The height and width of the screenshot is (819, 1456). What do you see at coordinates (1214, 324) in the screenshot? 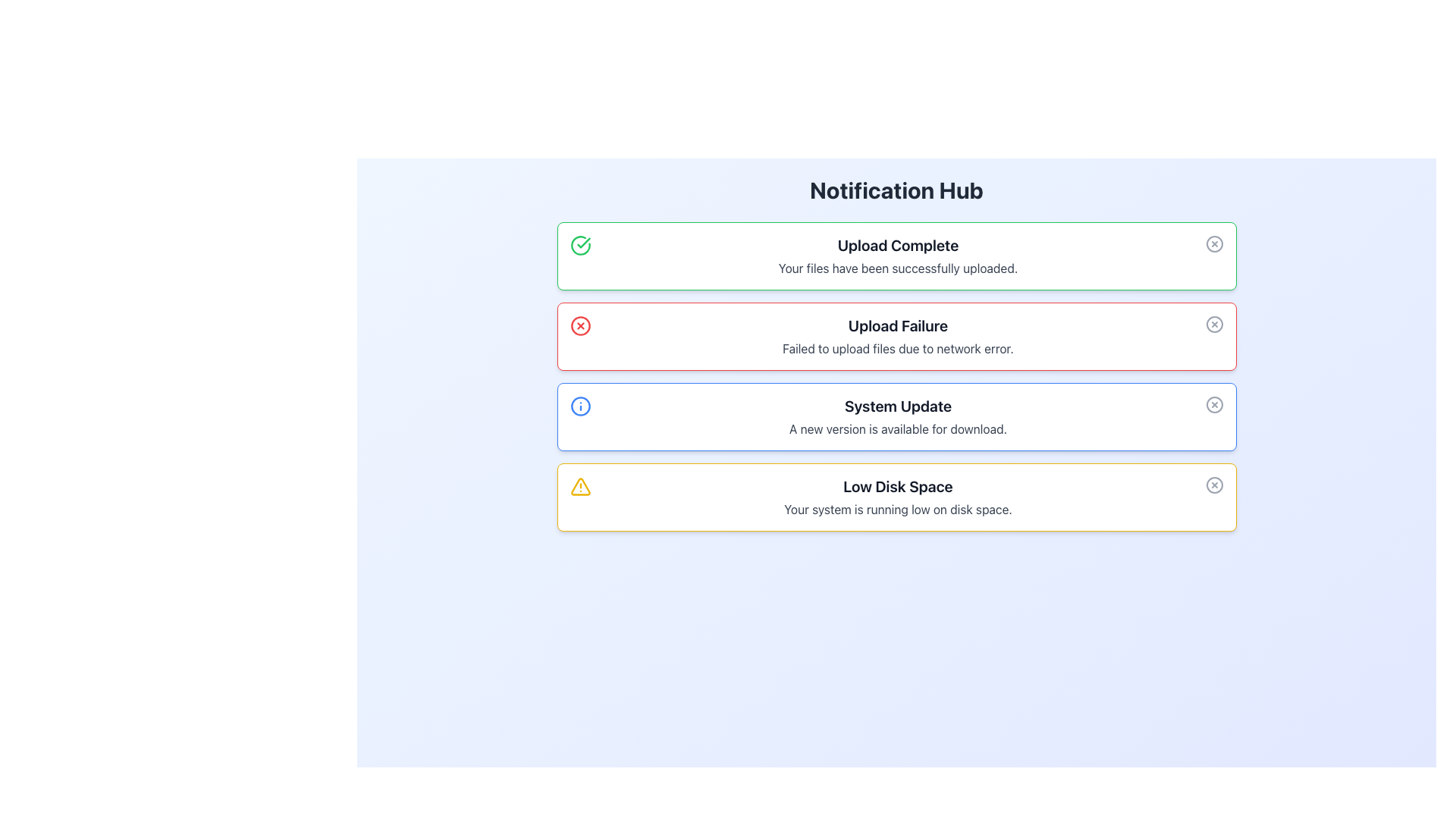
I see `the dismiss button located in the top-right corner of the 'Upload Failure' notification card` at bounding box center [1214, 324].